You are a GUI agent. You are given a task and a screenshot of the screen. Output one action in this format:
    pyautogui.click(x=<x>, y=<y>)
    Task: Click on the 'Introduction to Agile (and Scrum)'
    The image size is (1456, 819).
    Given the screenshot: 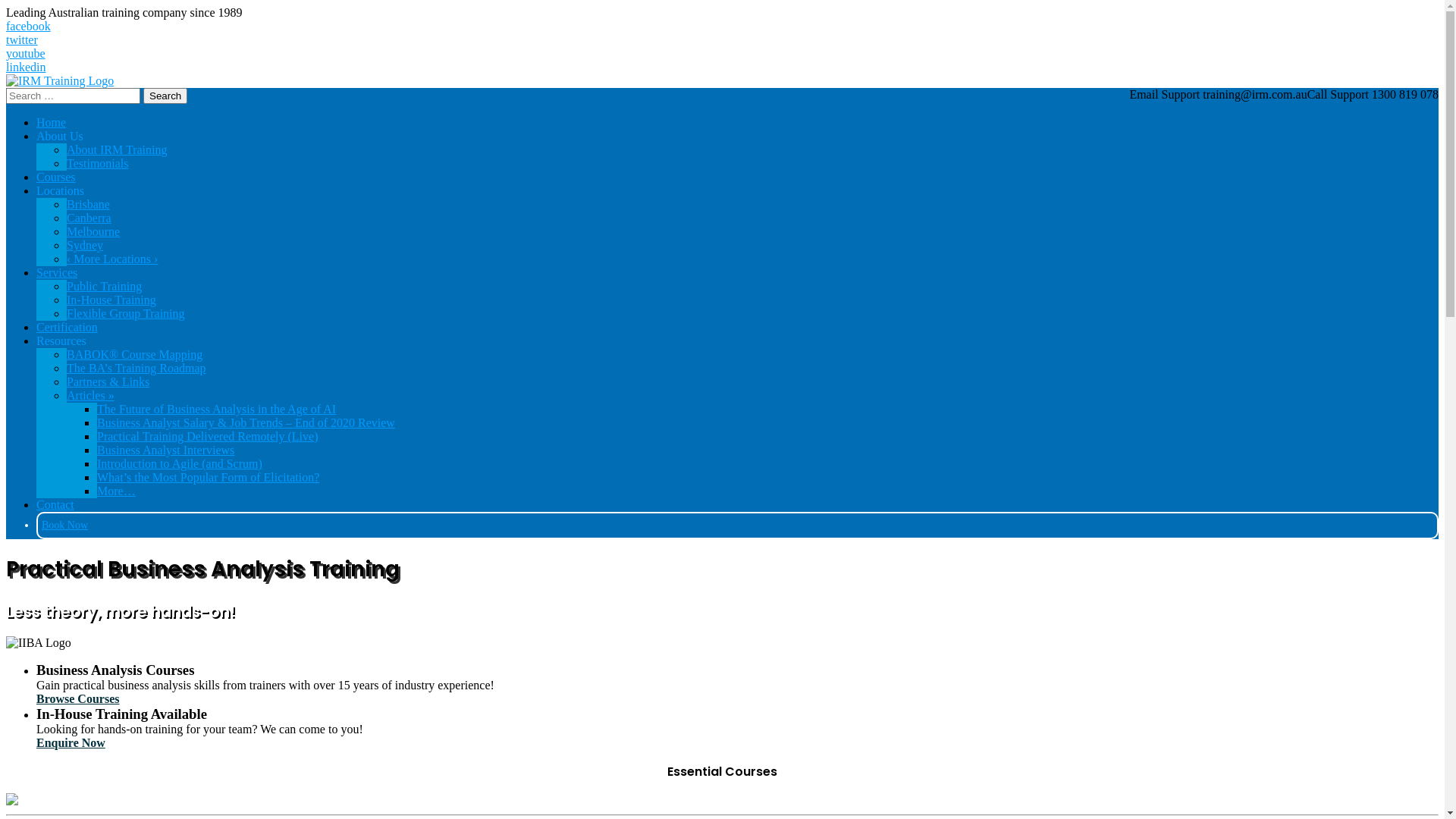 What is the action you would take?
    pyautogui.click(x=179, y=463)
    